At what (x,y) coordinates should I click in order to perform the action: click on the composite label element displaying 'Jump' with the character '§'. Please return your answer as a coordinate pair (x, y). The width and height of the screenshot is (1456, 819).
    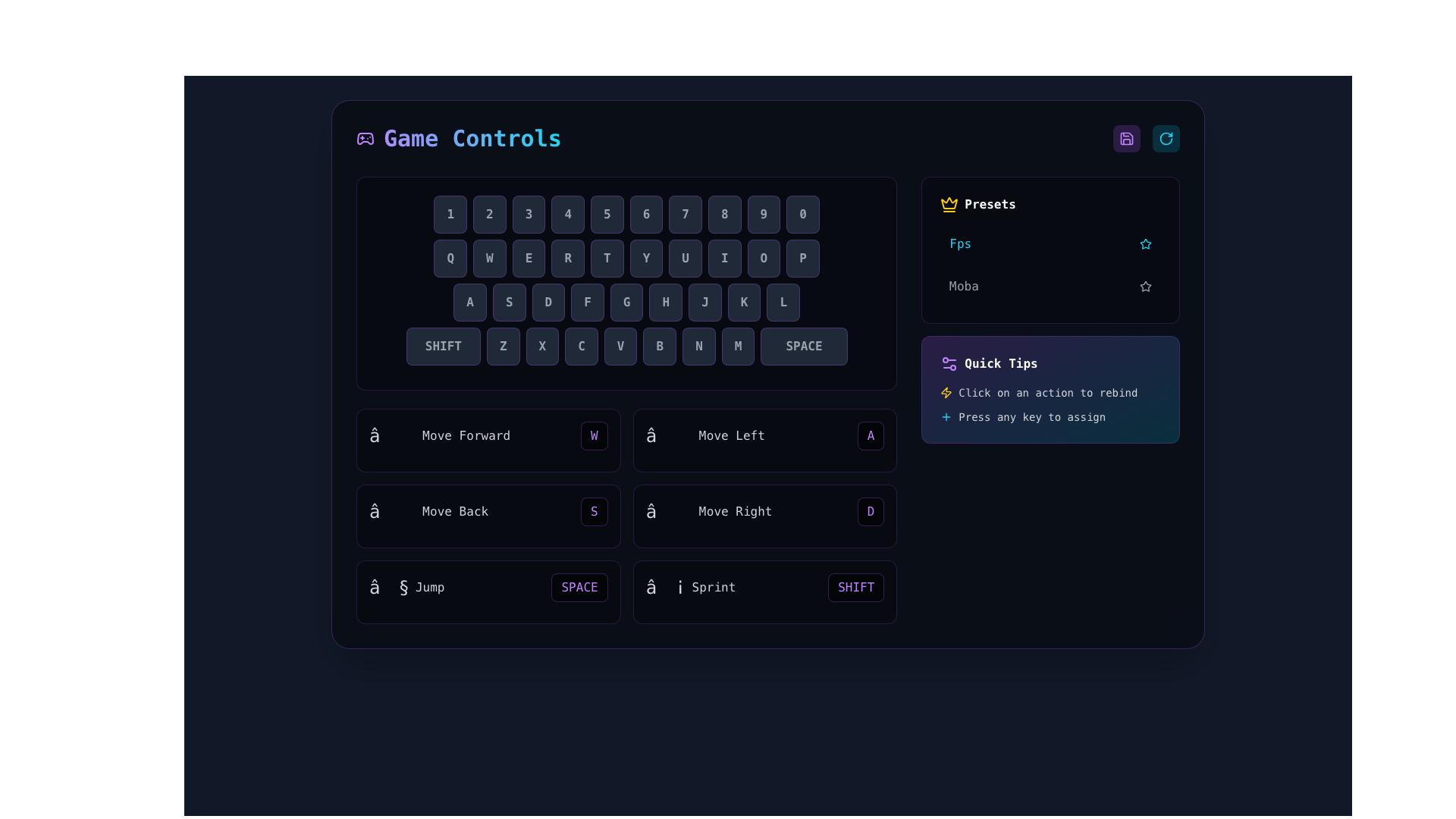
    Looking at the image, I should click on (406, 587).